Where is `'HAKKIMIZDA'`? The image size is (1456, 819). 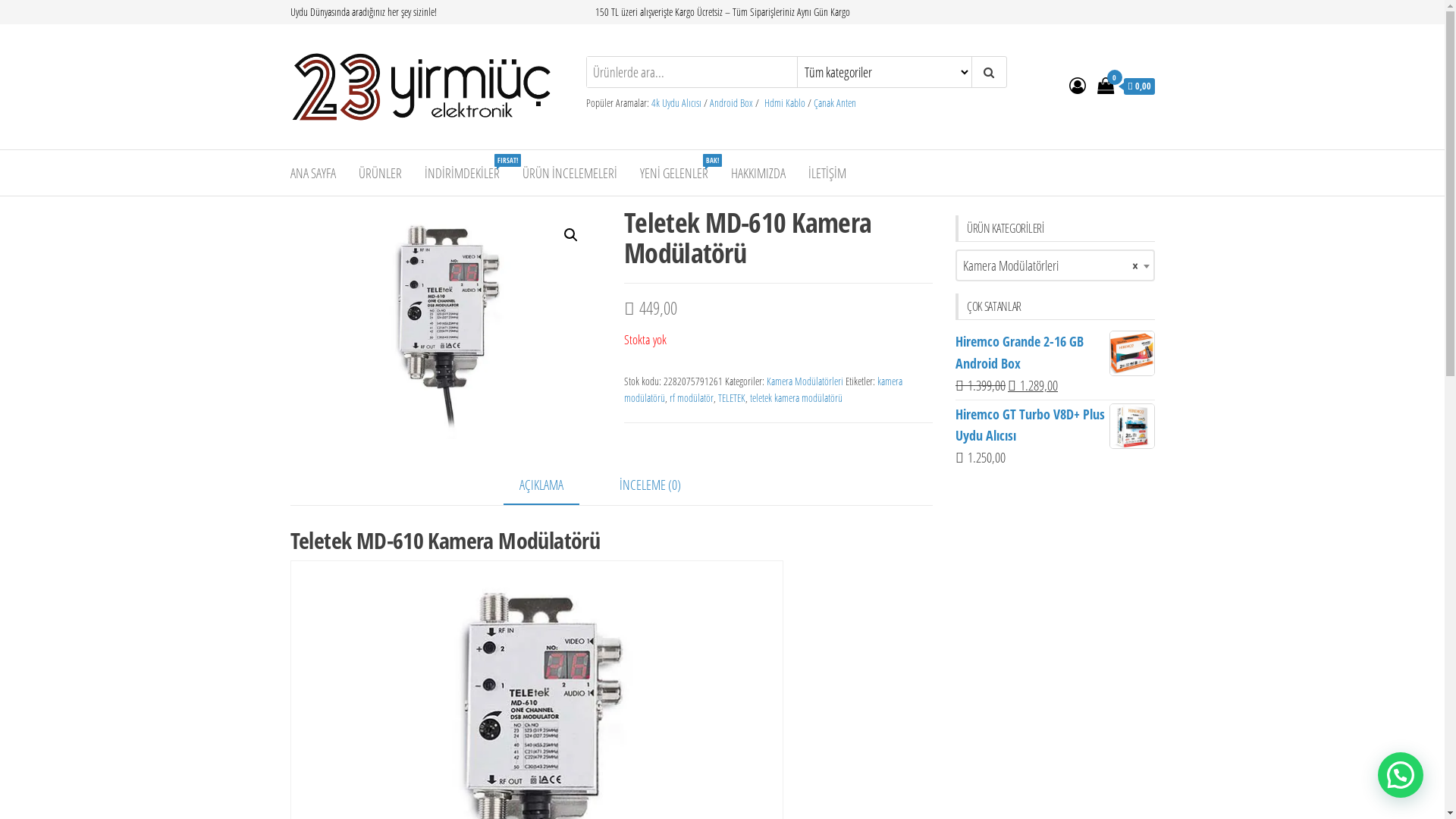
'HAKKIMIZDA' is located at coordinates (718, 171).